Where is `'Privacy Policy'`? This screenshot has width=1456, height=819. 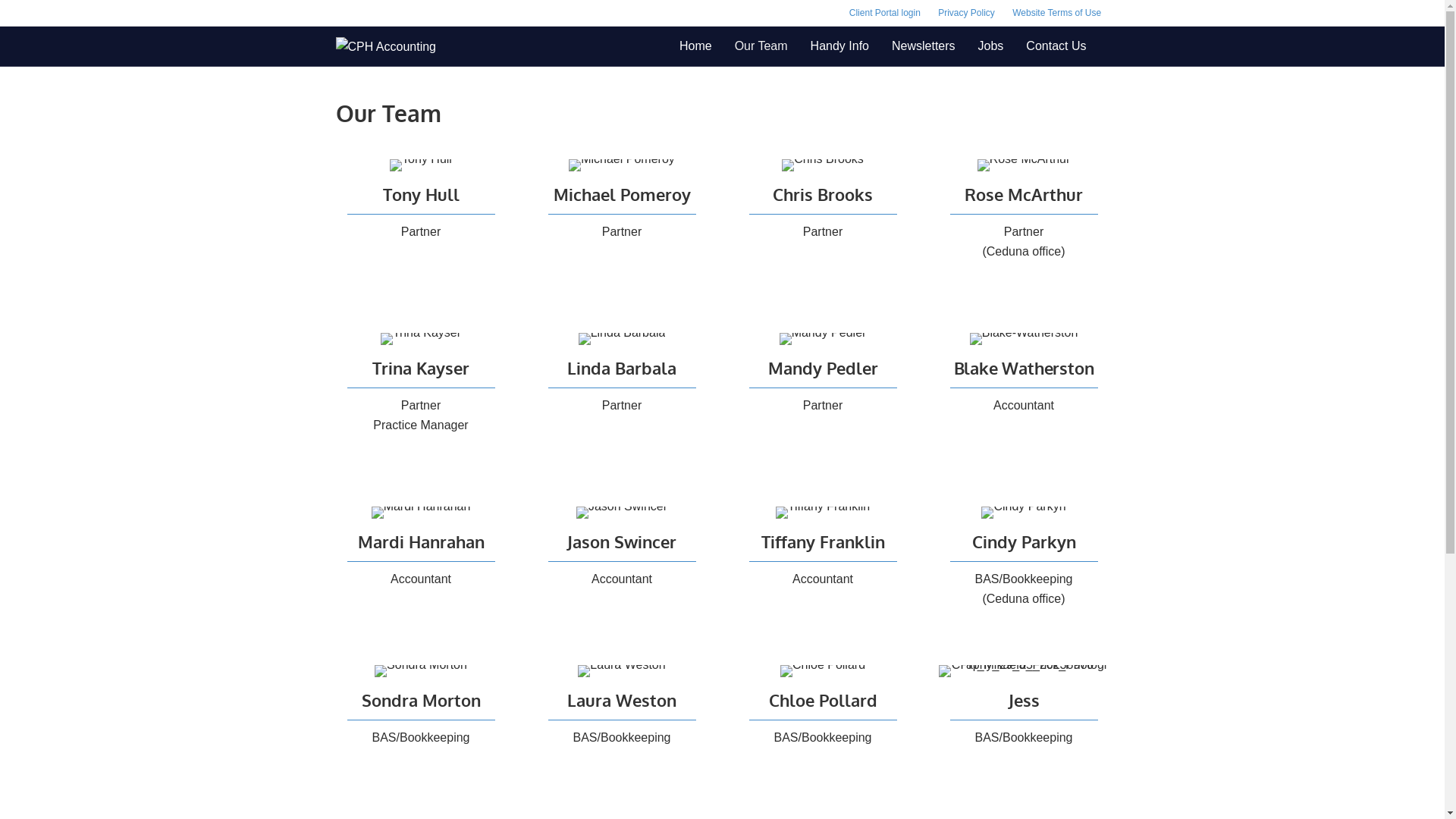 'Privacy Policy' is located at coordinates (930, 12).